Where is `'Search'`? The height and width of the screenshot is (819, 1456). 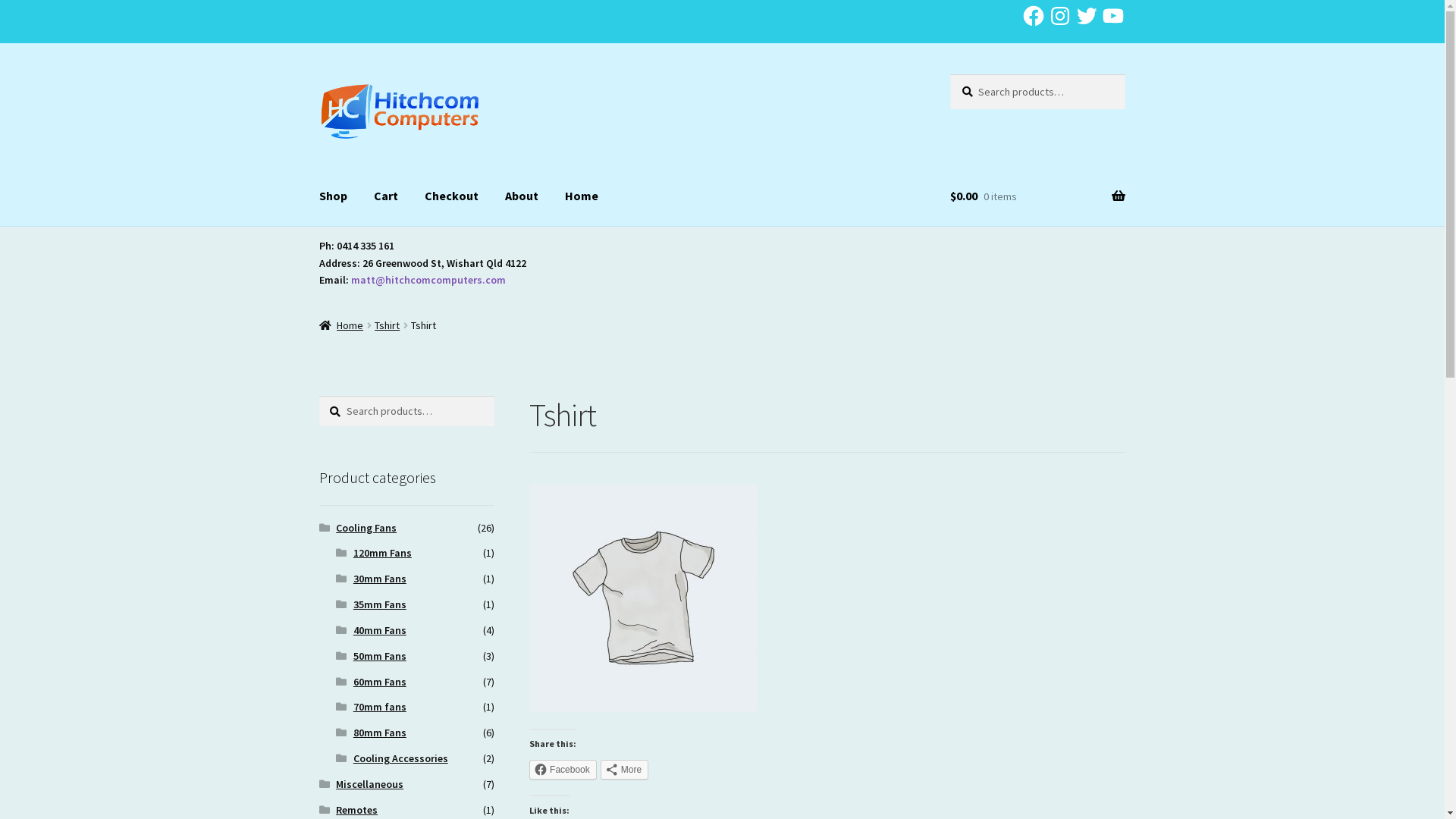
'Search' is located at coordinates (949, 74).